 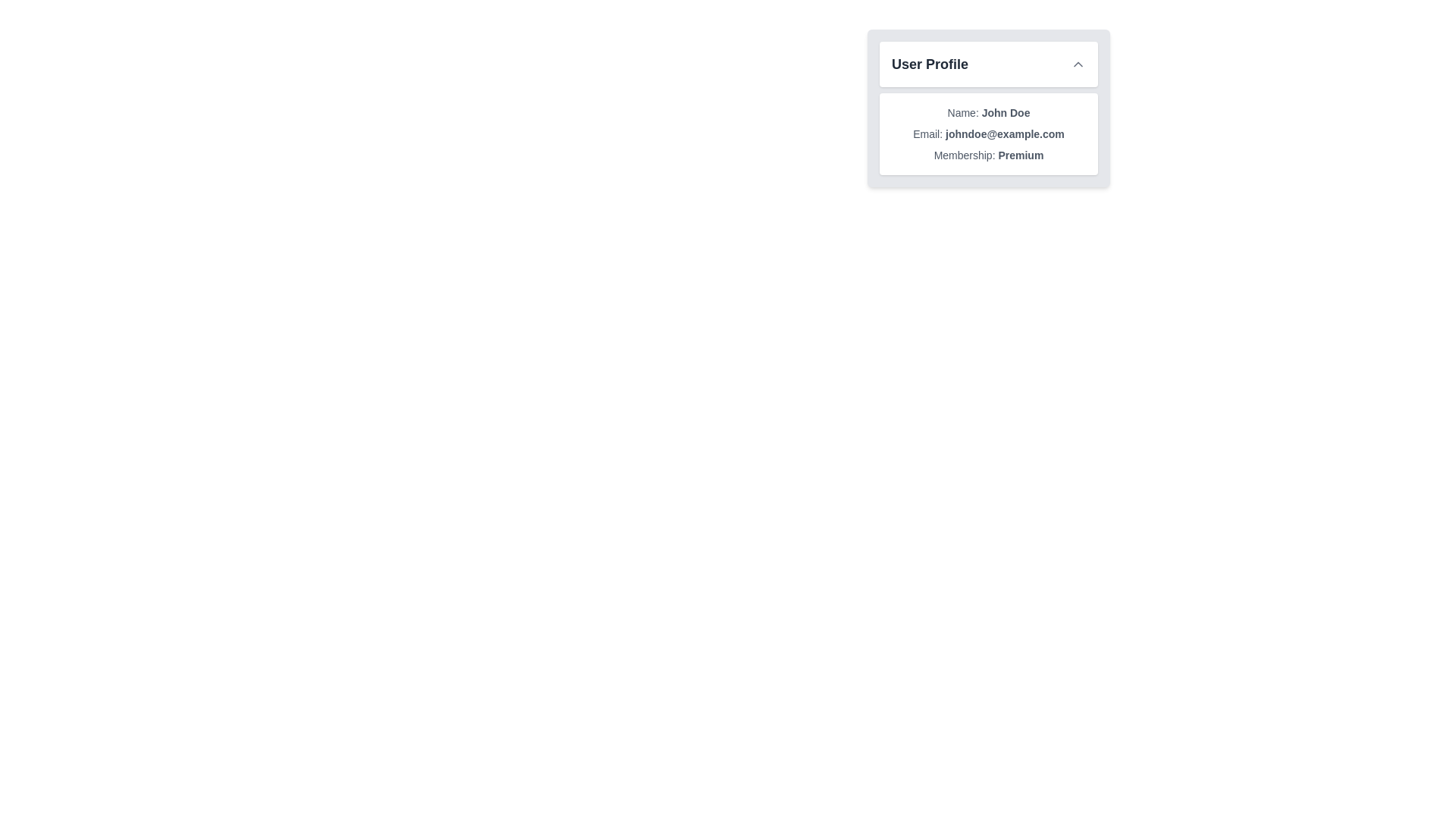 I want to click on the chevron icon located at the top-right corner of the 'User Profile' header section, so click(x=1077, y=63).